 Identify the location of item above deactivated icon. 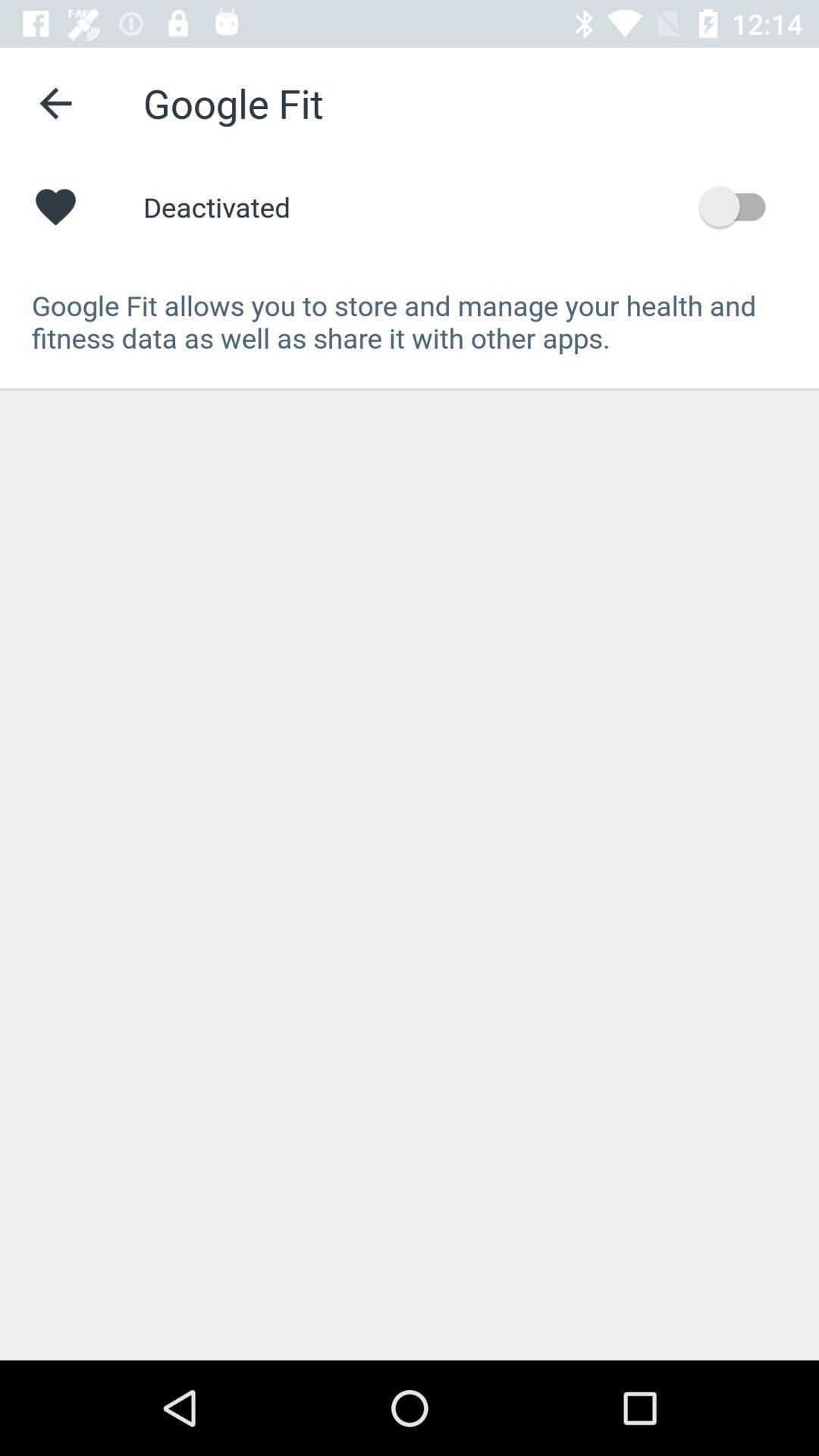
(55, 102).